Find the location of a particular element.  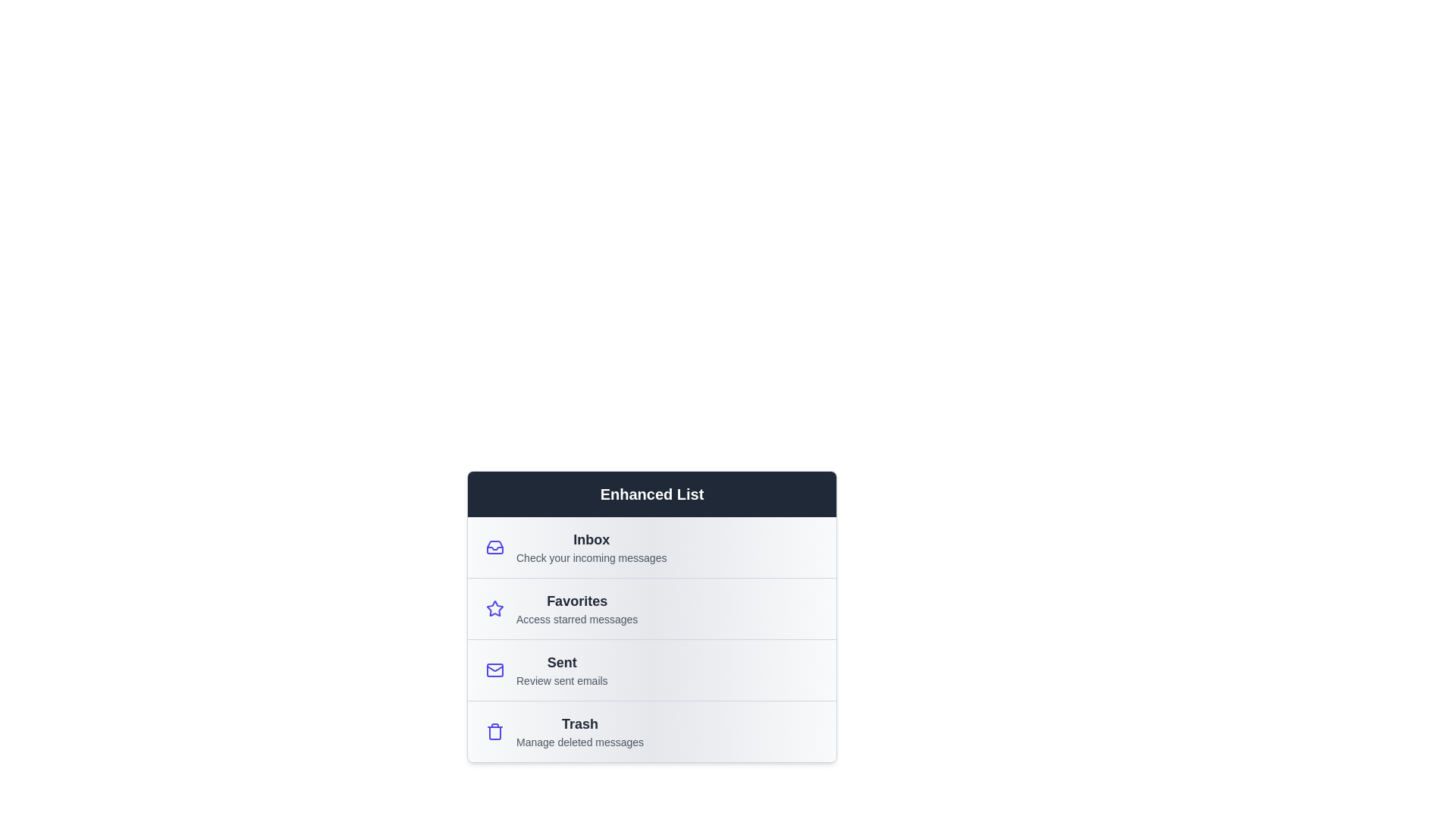

the 'Favorites' interactive list item, which is the second item in a vertical menu list is located at coordinates (651, 607).